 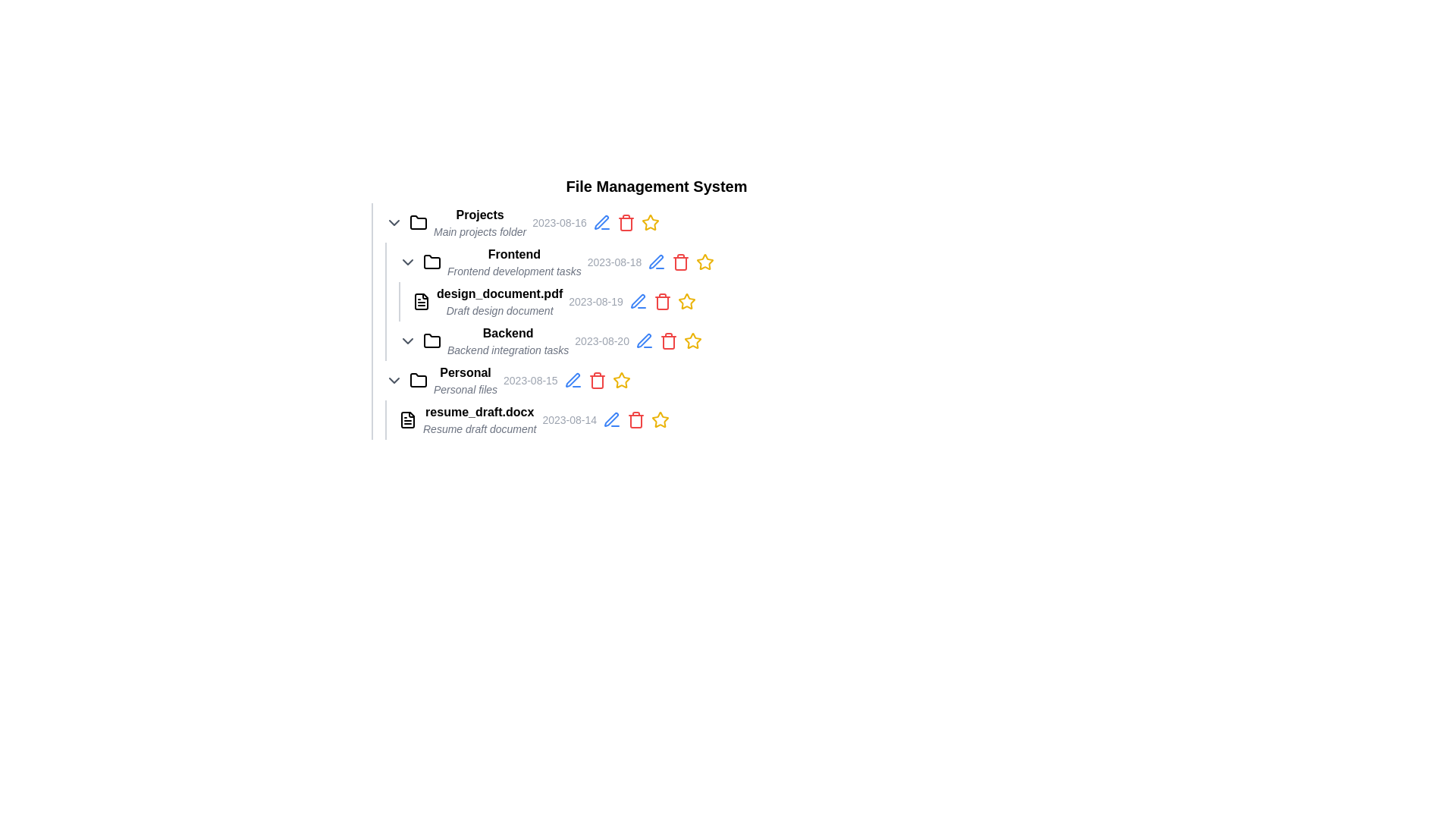 I want to click on the star icon located at the far right of the 'resume_draft.docx' file entry, so click(x=692, y=340).